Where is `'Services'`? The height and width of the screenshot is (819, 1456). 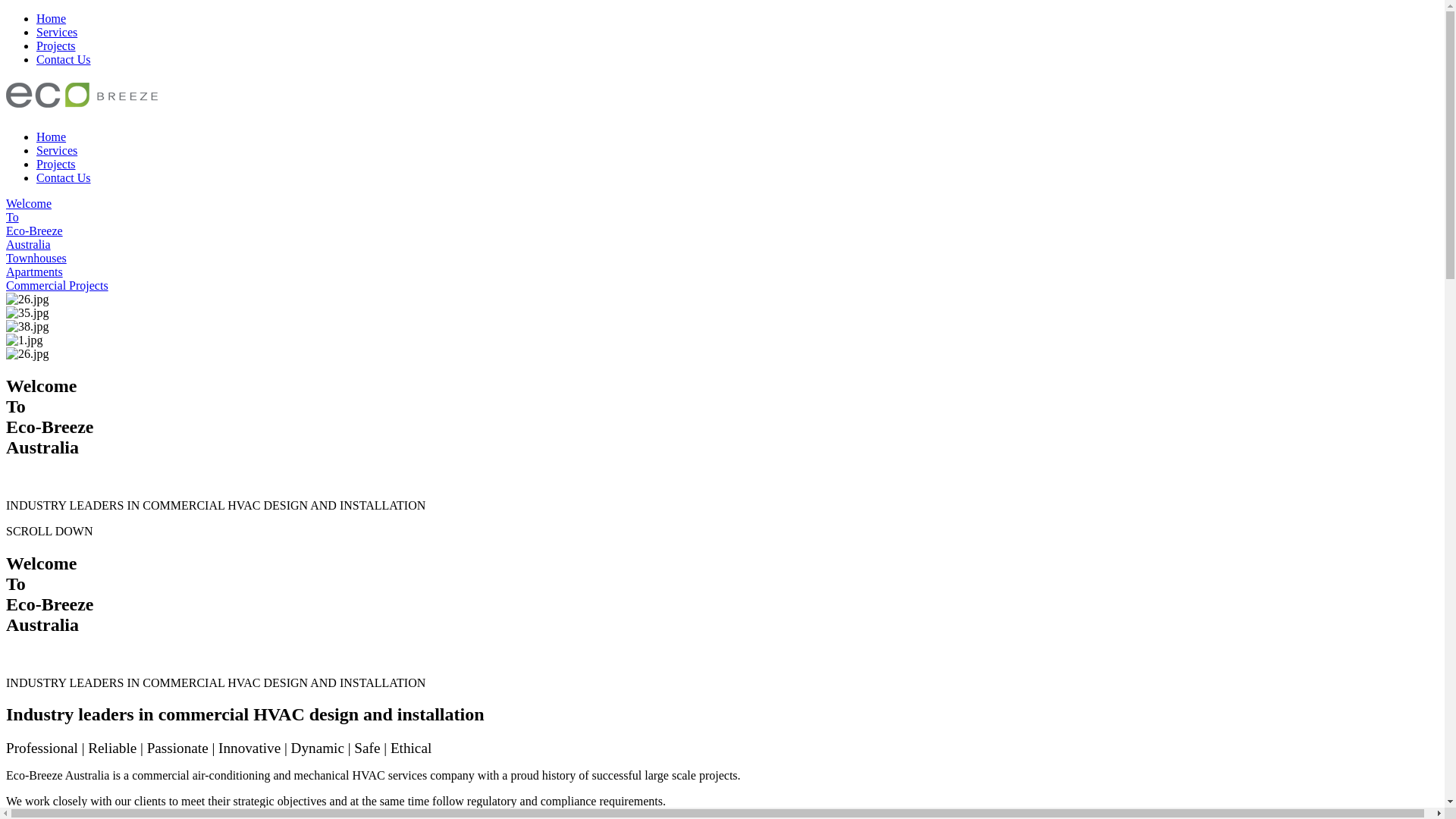 'Services' is located at coordinates (57, 32).